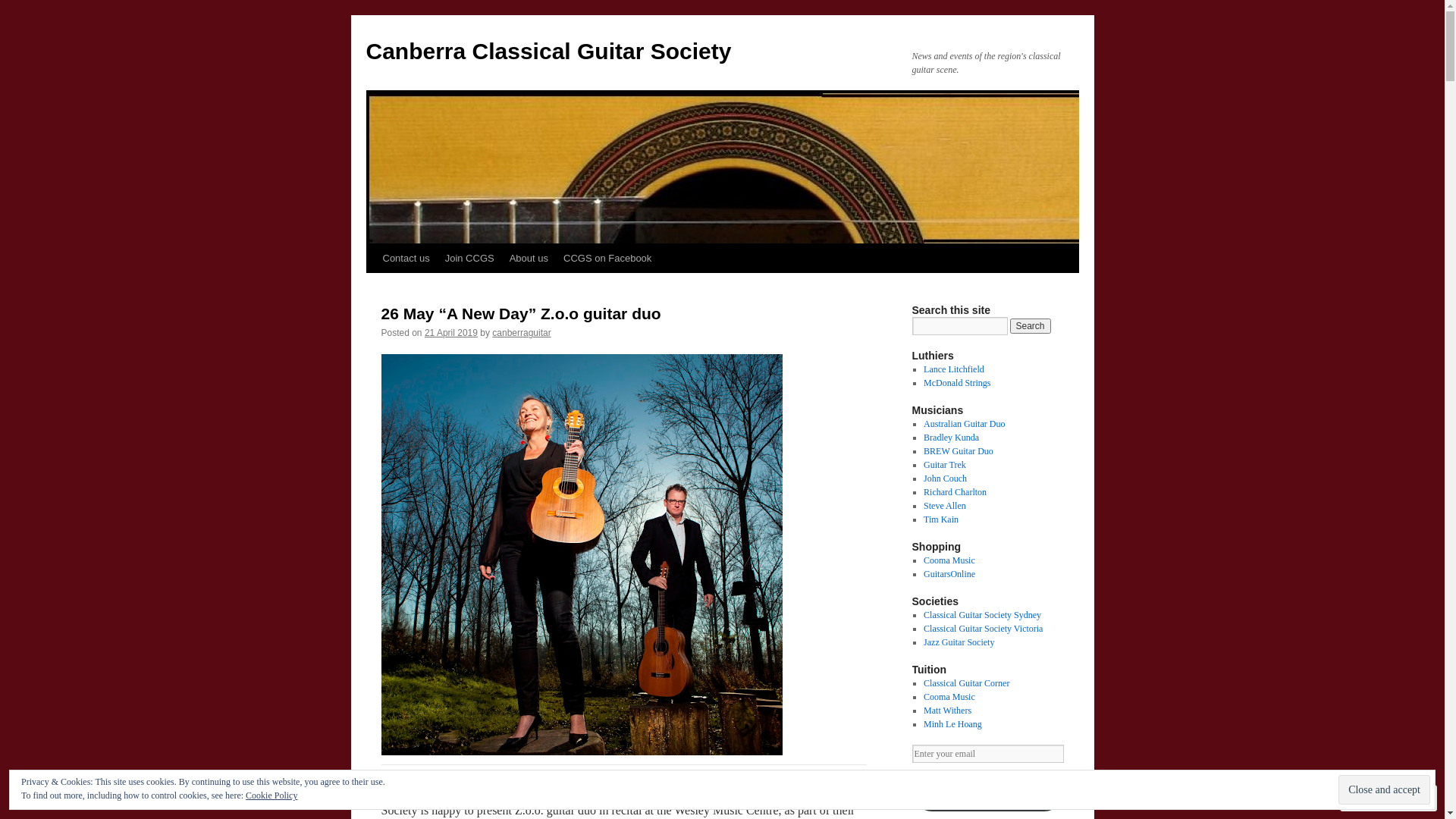  I want to click on 'Close and accept', so click(1384, 789).